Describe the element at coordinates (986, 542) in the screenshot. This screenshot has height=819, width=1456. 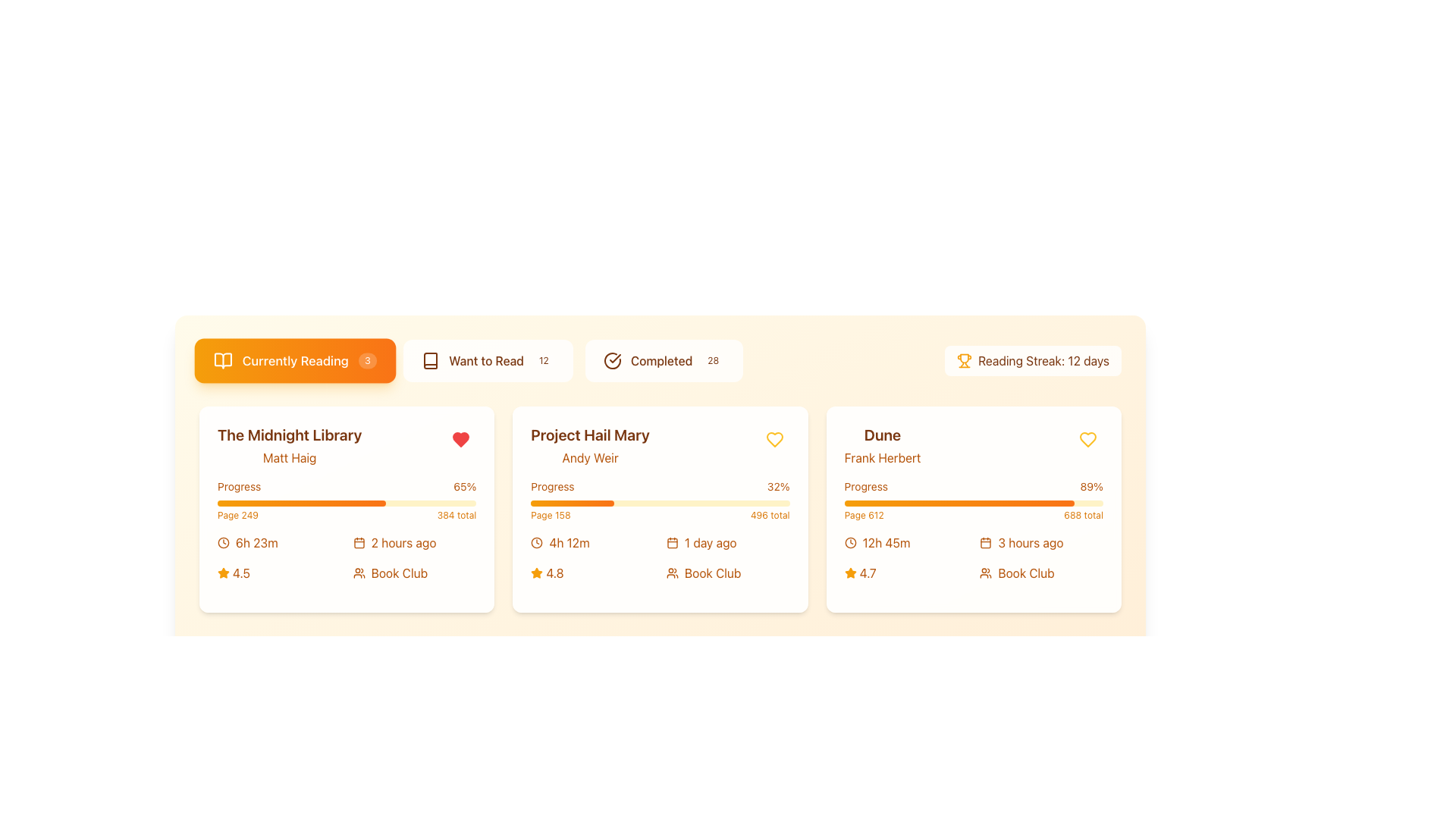
I see `the calendar SVG icon located near the text '3 hours ago' under the 'Dune' book item` at that location.